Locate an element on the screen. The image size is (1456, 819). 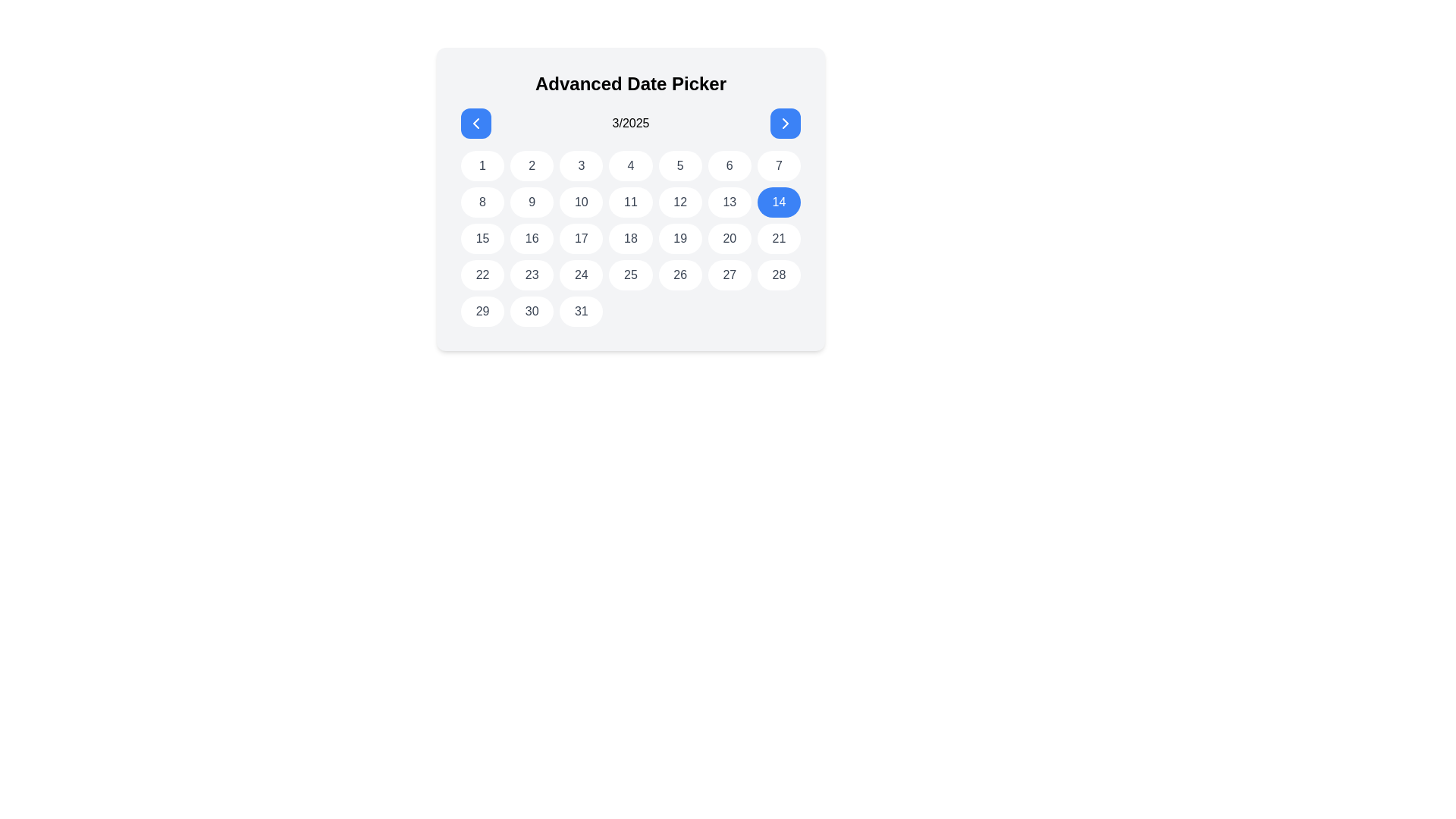
the circular button with a white background and the number '15' in dark gray text is located at coordinates (482, 239).